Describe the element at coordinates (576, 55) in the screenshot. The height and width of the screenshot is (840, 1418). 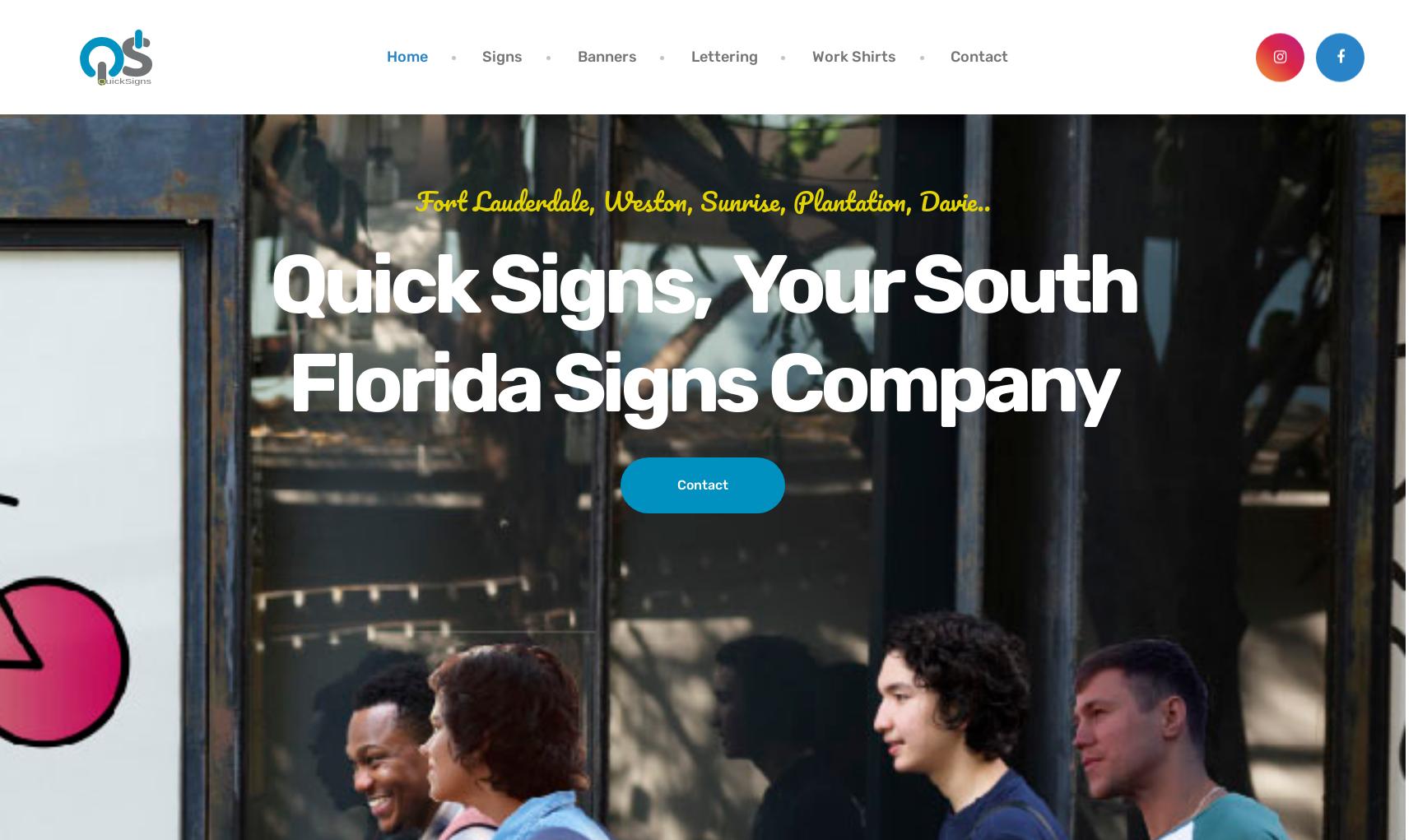
I see `'Banners'` at that location.